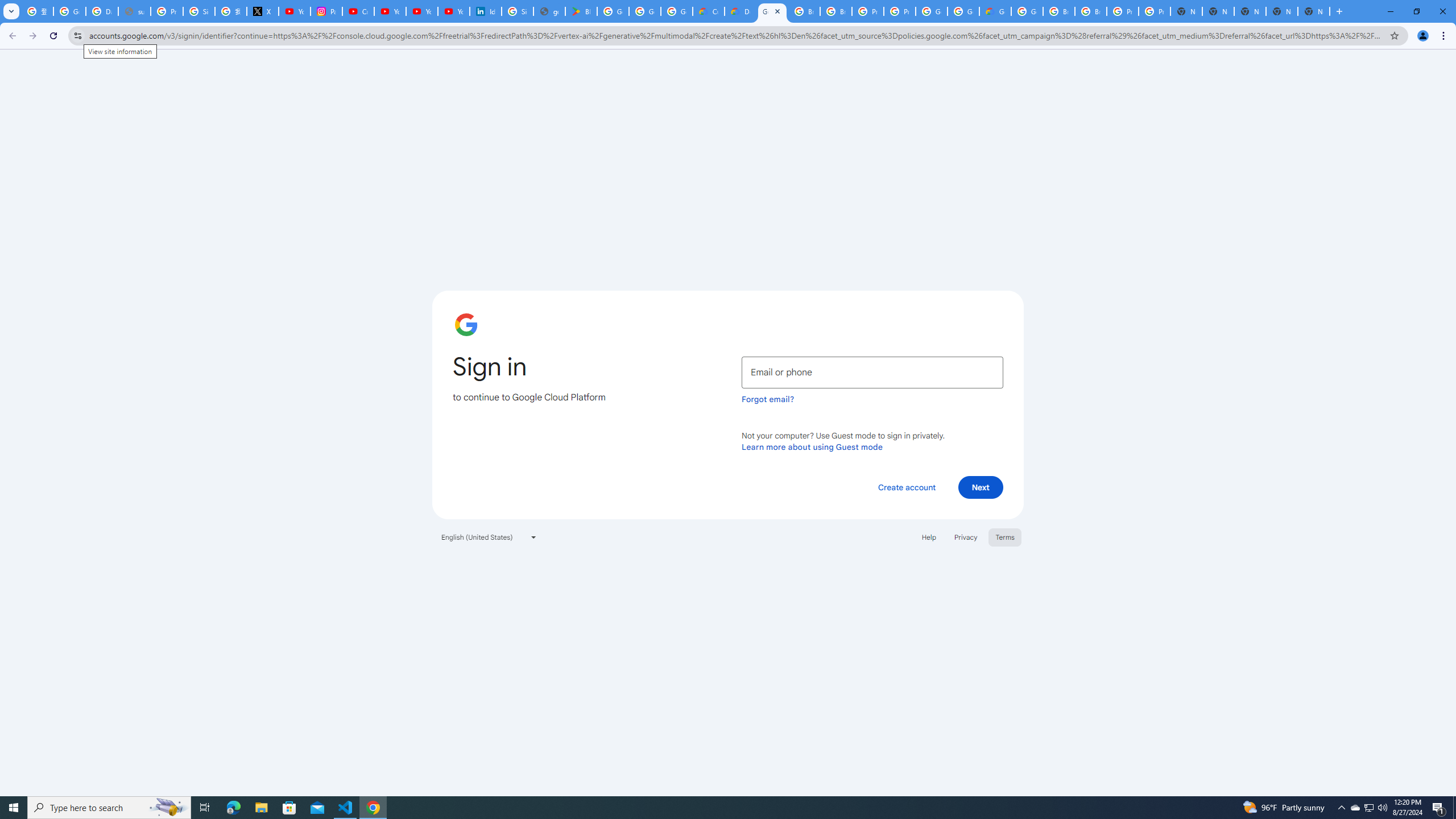 This screenshot has height=819, width=1456. What do you see at coordinates (872, 372) in the screenshot?
I see `'Email or phone'` at bounding box center [872, 372].